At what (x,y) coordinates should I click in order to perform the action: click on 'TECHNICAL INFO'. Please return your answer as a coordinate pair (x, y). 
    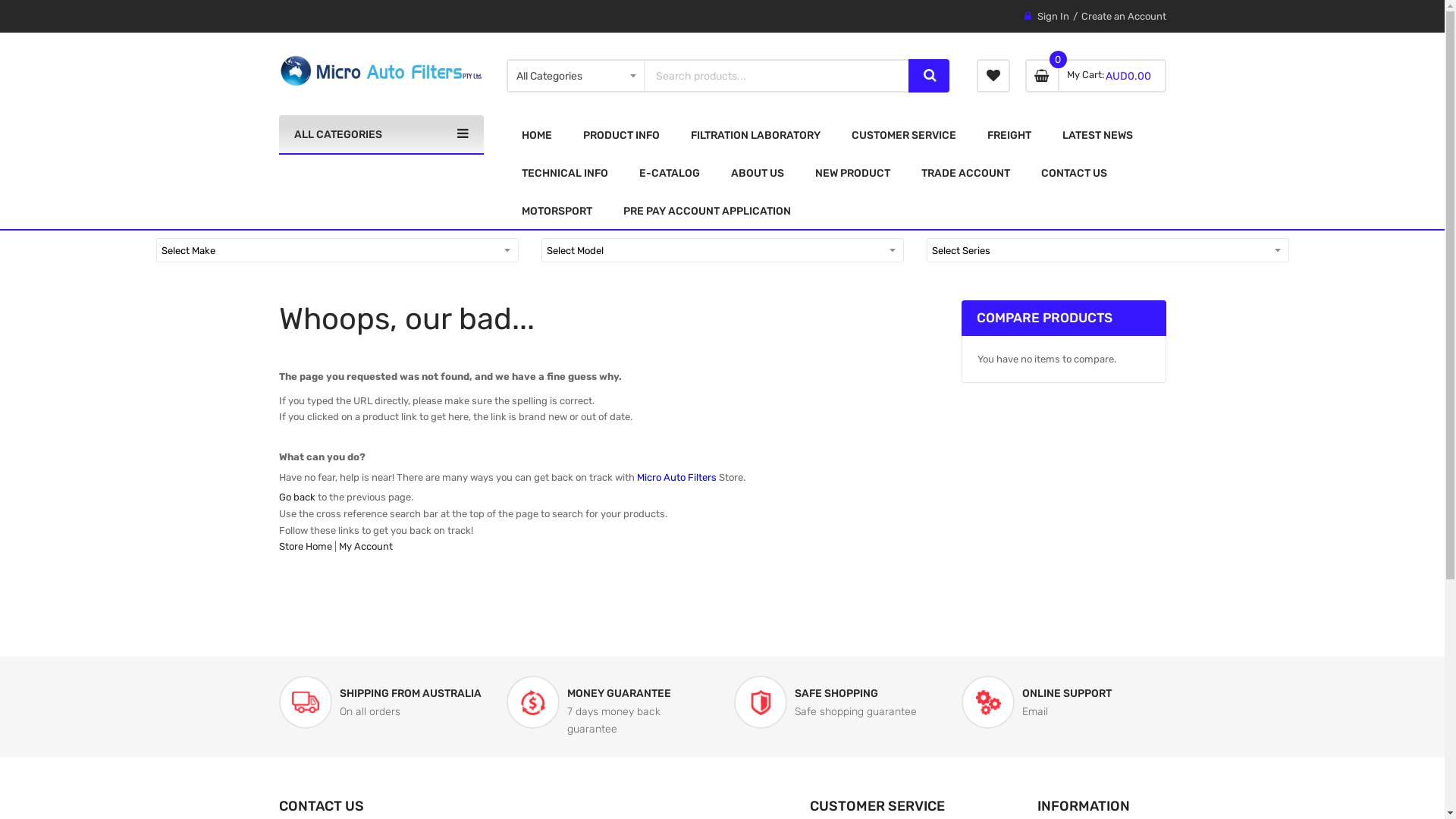
    Looking at the image, I should click on (506, 171).